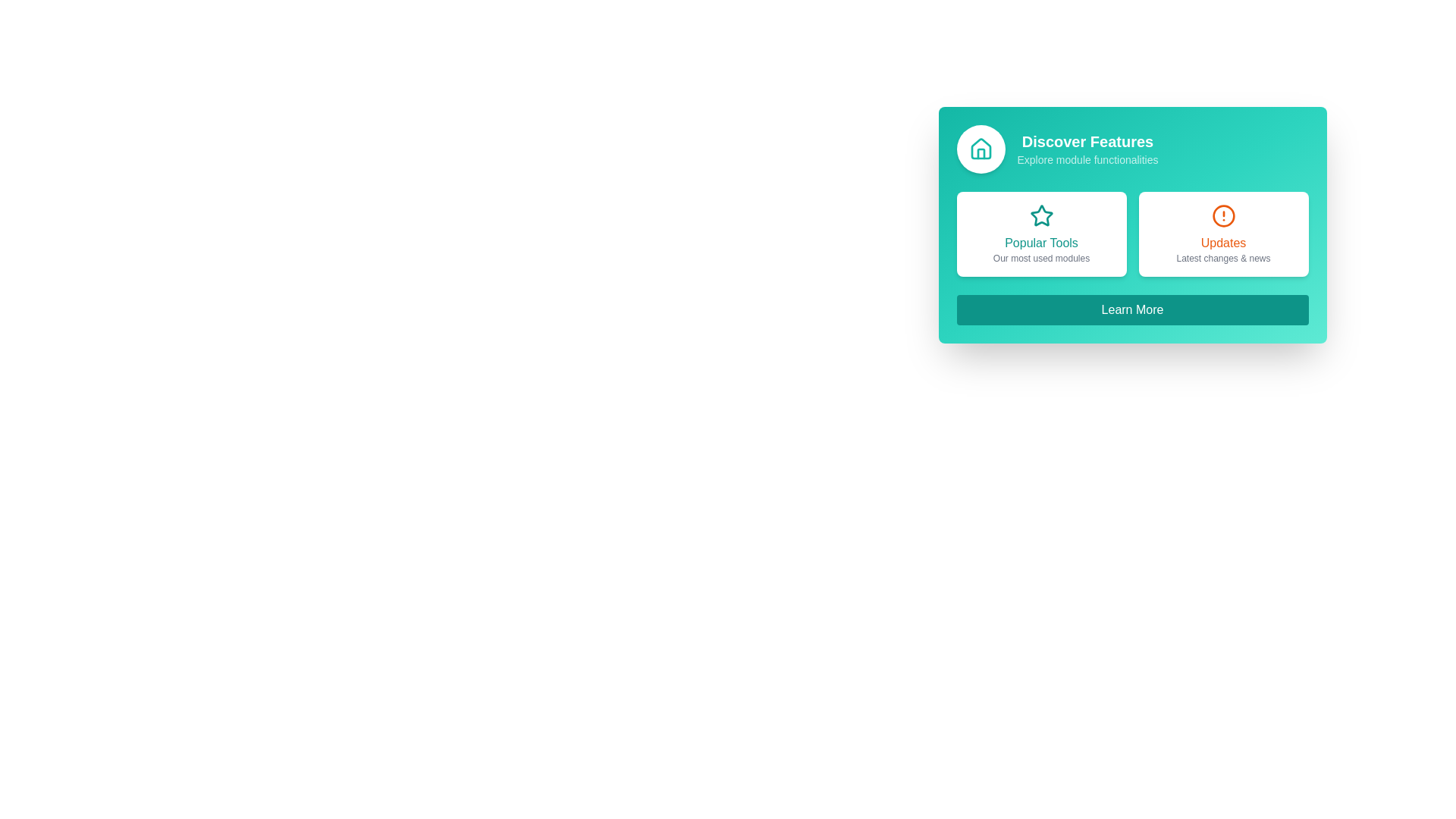 Image resolution: width=1456 pixels, height=819 pixels. What do you see at coordinates (1040, 257) in the screenshot?
I see `the static text element that contains the phrase 'Our most used modules', which is located beneath the 'Popular Tools' section in the 'Discover Features' card` at bounding box center [1040, 257].